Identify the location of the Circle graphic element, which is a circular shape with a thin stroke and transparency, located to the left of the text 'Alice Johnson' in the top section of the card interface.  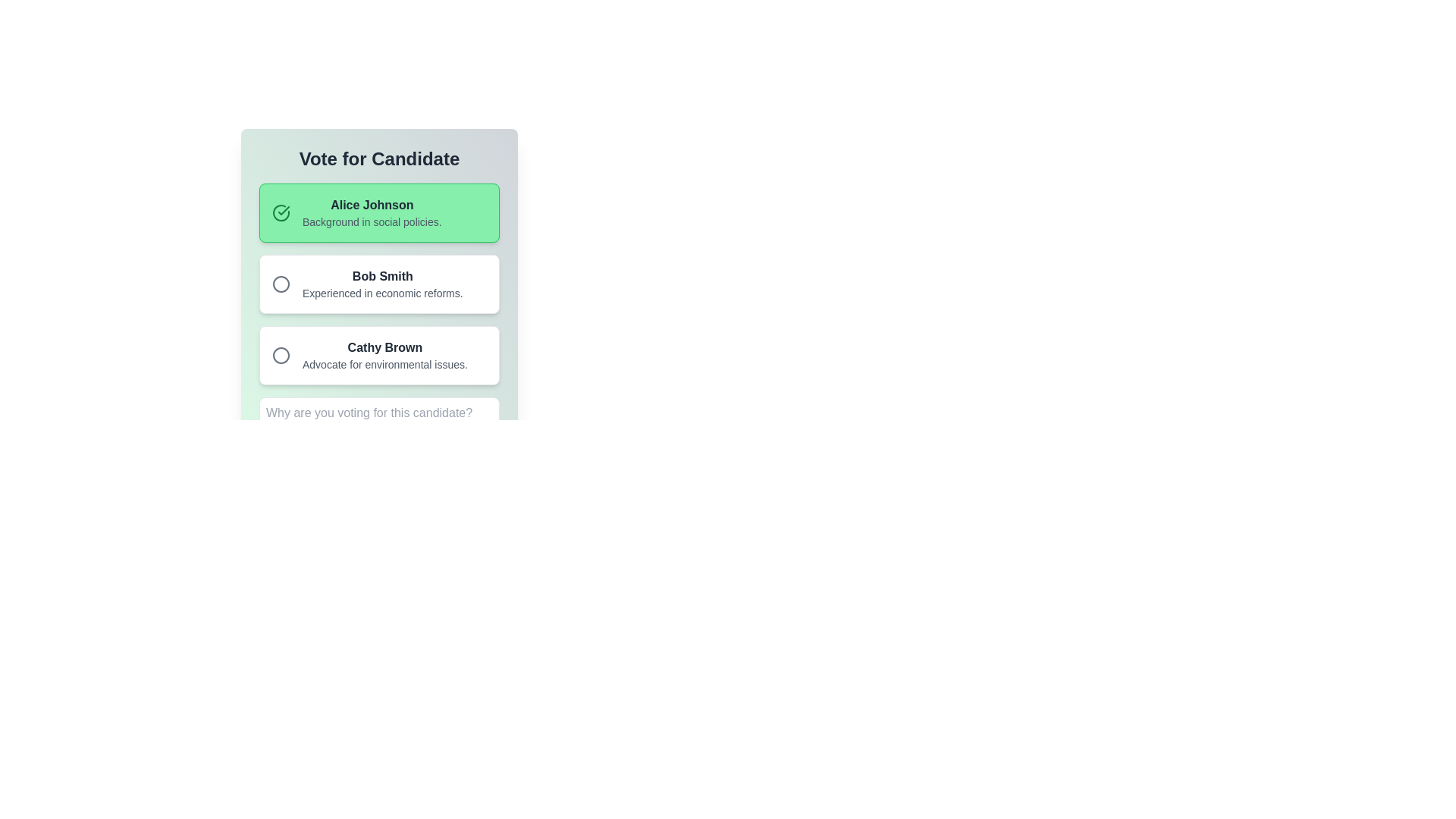
(281, 284).